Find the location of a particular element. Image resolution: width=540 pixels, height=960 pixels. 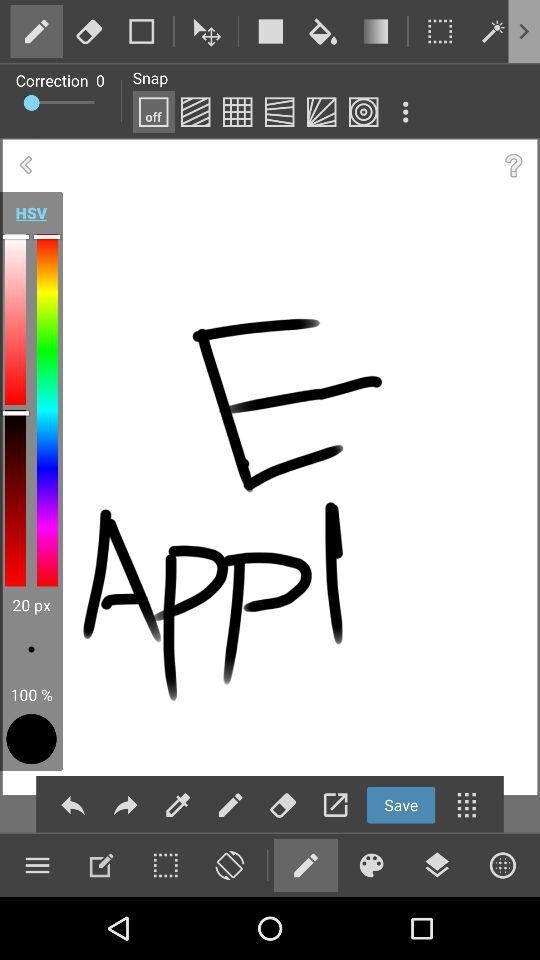

paint menu is located at coordinates (37, 864).